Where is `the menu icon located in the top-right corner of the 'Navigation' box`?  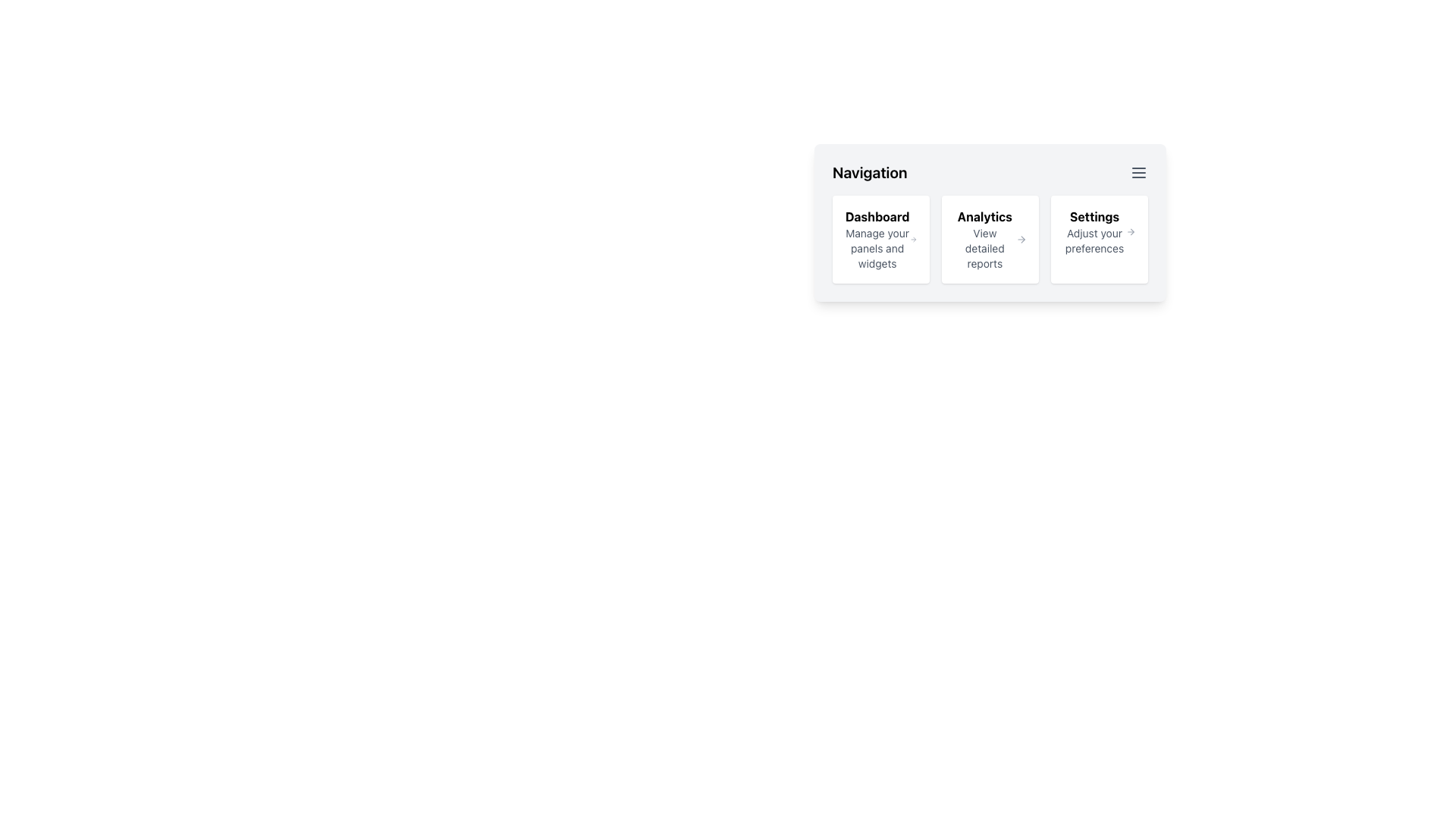
the menu icon located in the top-right corner of the 'Navigation' box is located at coordinates (1139, 171).